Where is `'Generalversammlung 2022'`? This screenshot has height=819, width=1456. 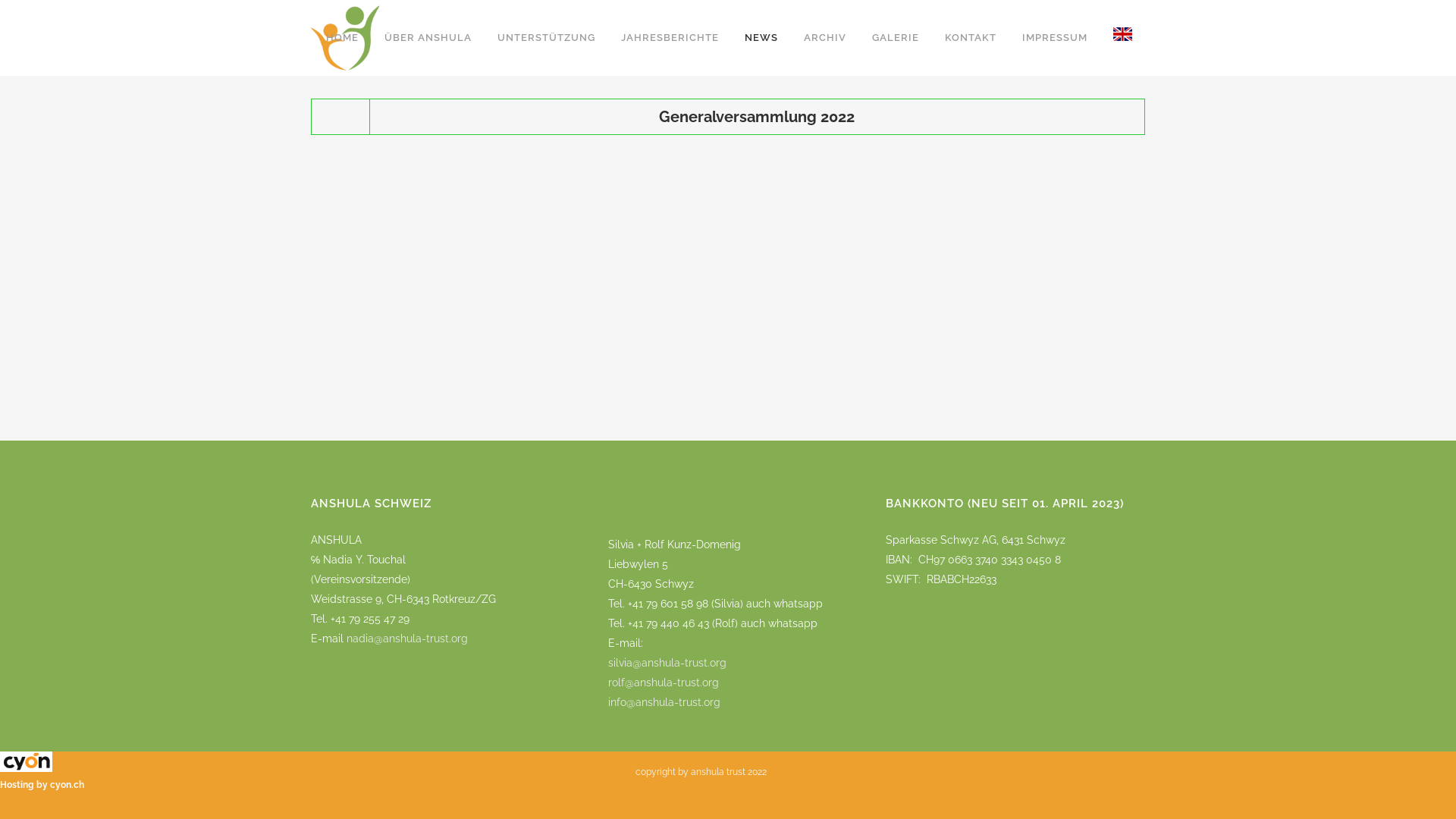
'Generalversammlung 2022' is located at coordinates (757, 116).